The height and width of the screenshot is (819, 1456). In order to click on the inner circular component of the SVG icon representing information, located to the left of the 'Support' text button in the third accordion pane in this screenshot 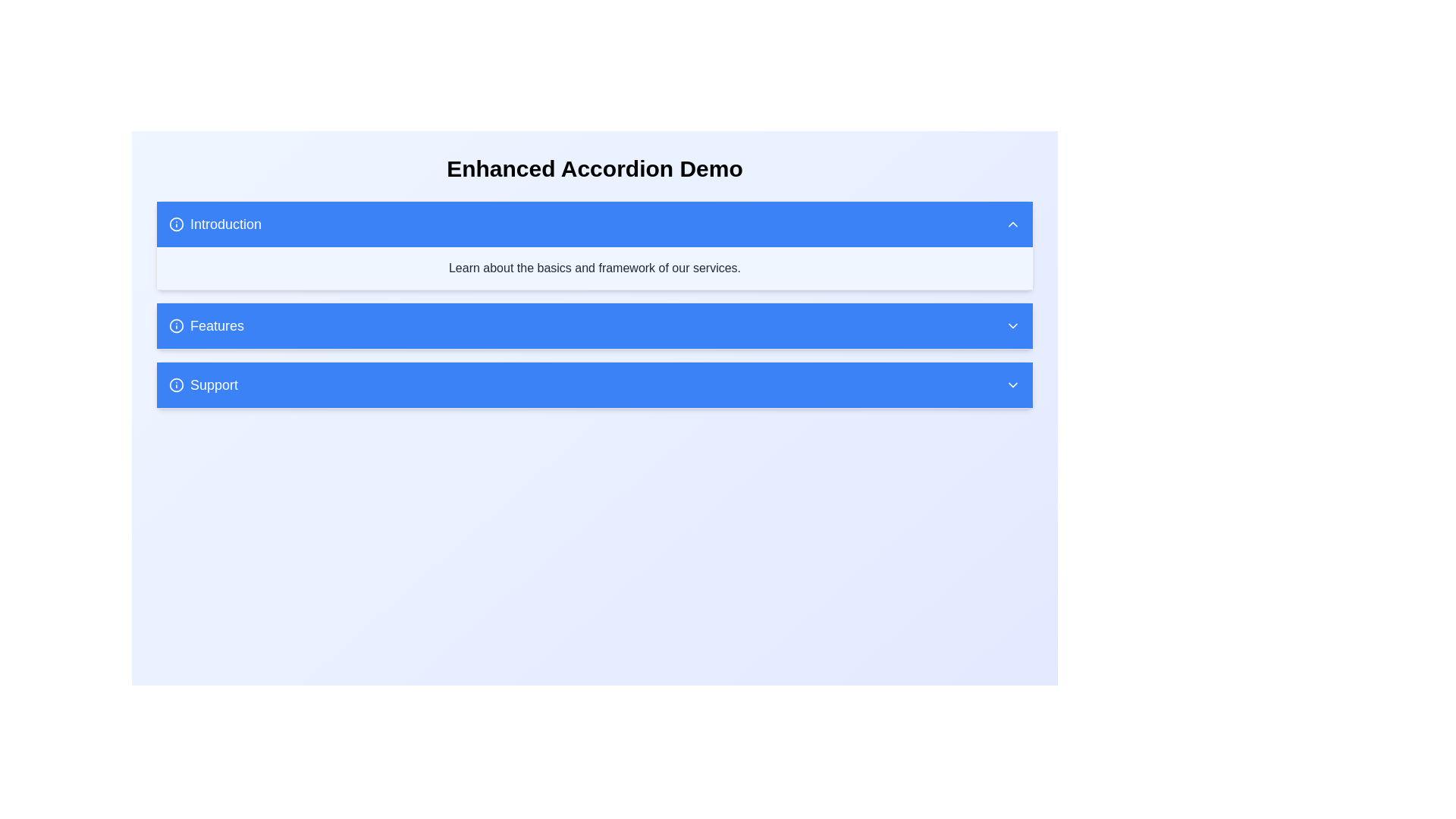, I will do `click(177, 383)`.